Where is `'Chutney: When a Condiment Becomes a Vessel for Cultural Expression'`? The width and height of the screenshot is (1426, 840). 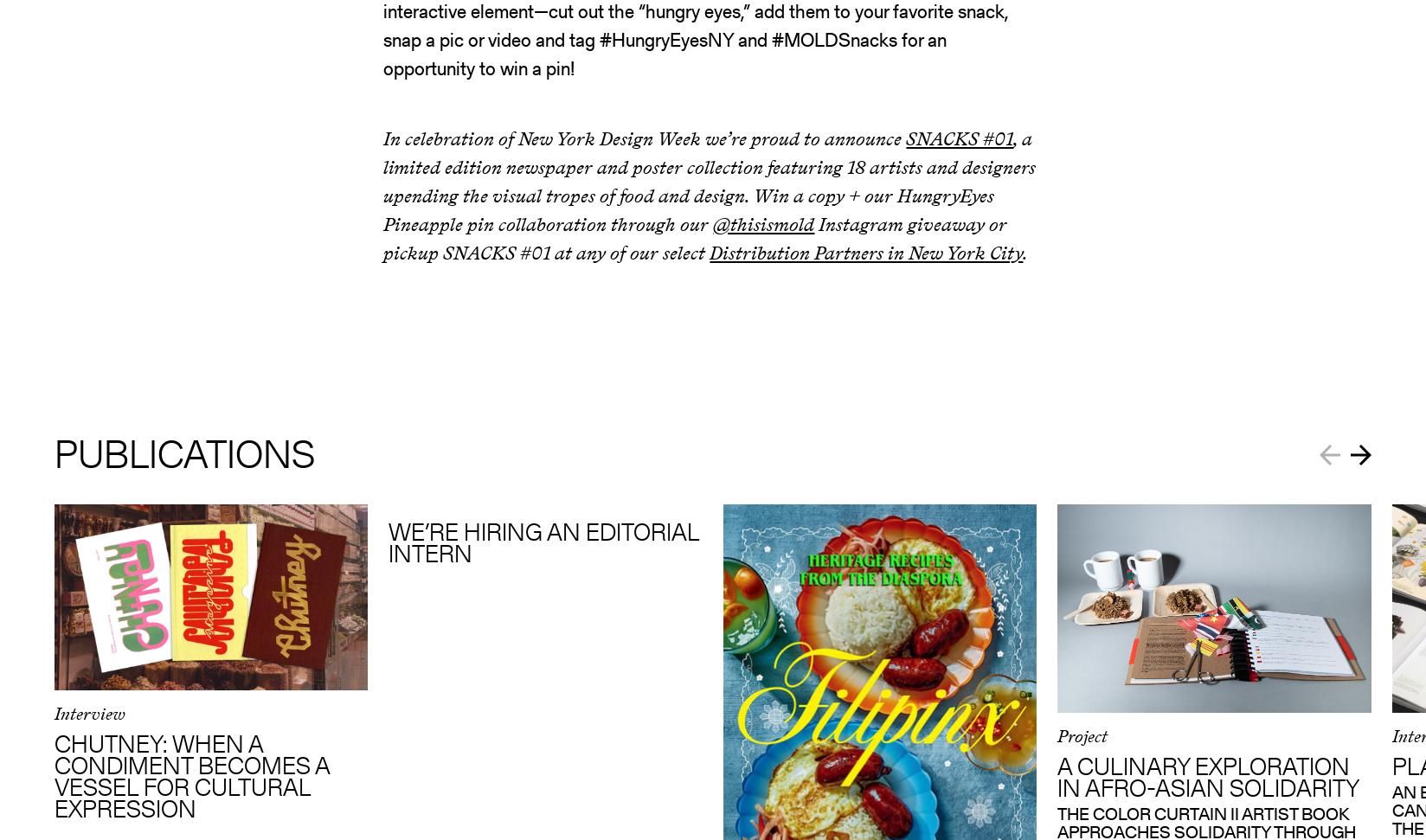 'Chutney: When a Condiment Becomes a Vessel for Cultural Expression' is located at coordinates (189, 776).